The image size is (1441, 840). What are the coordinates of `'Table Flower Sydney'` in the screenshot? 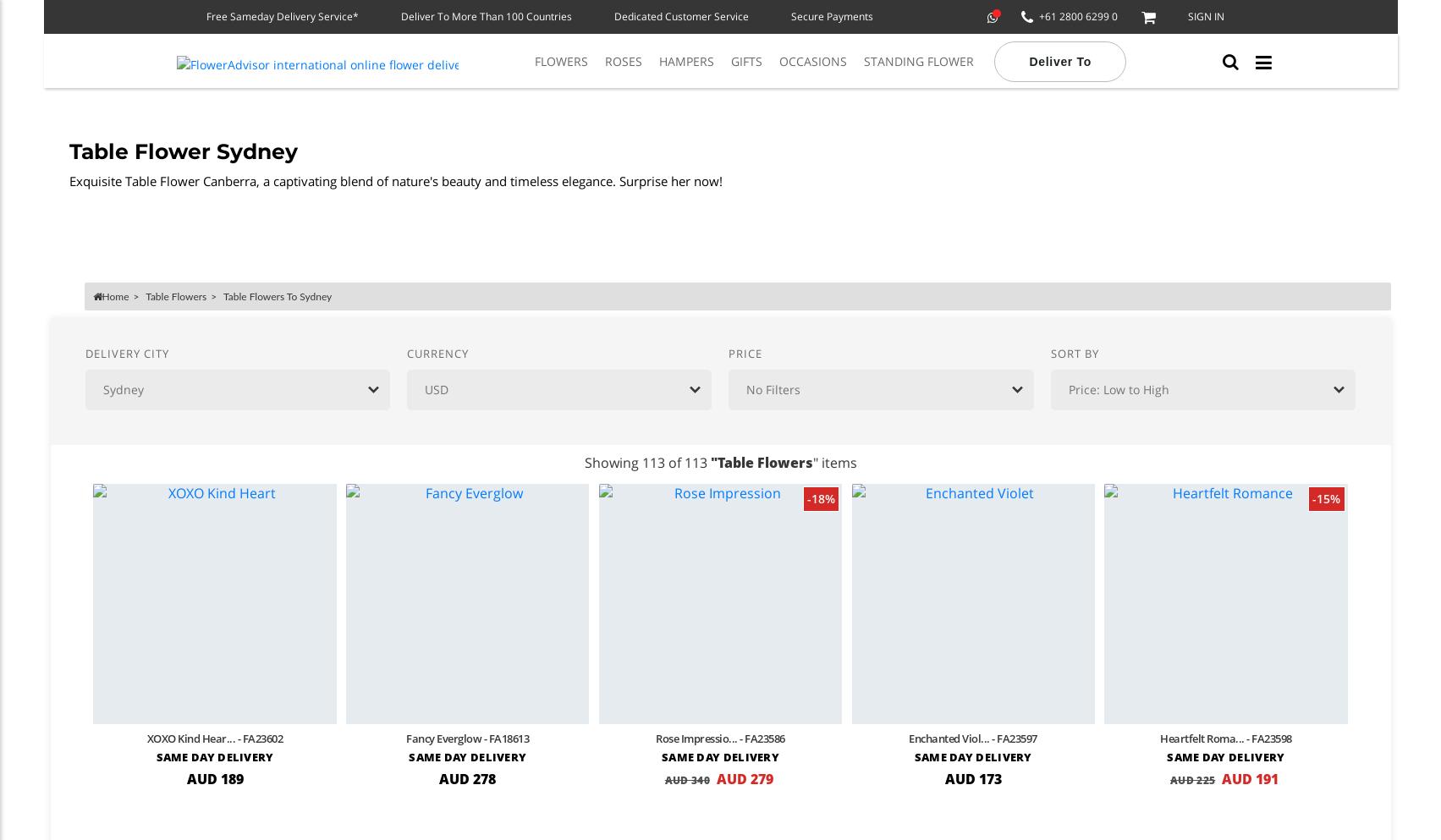 It's located at (181, 151).